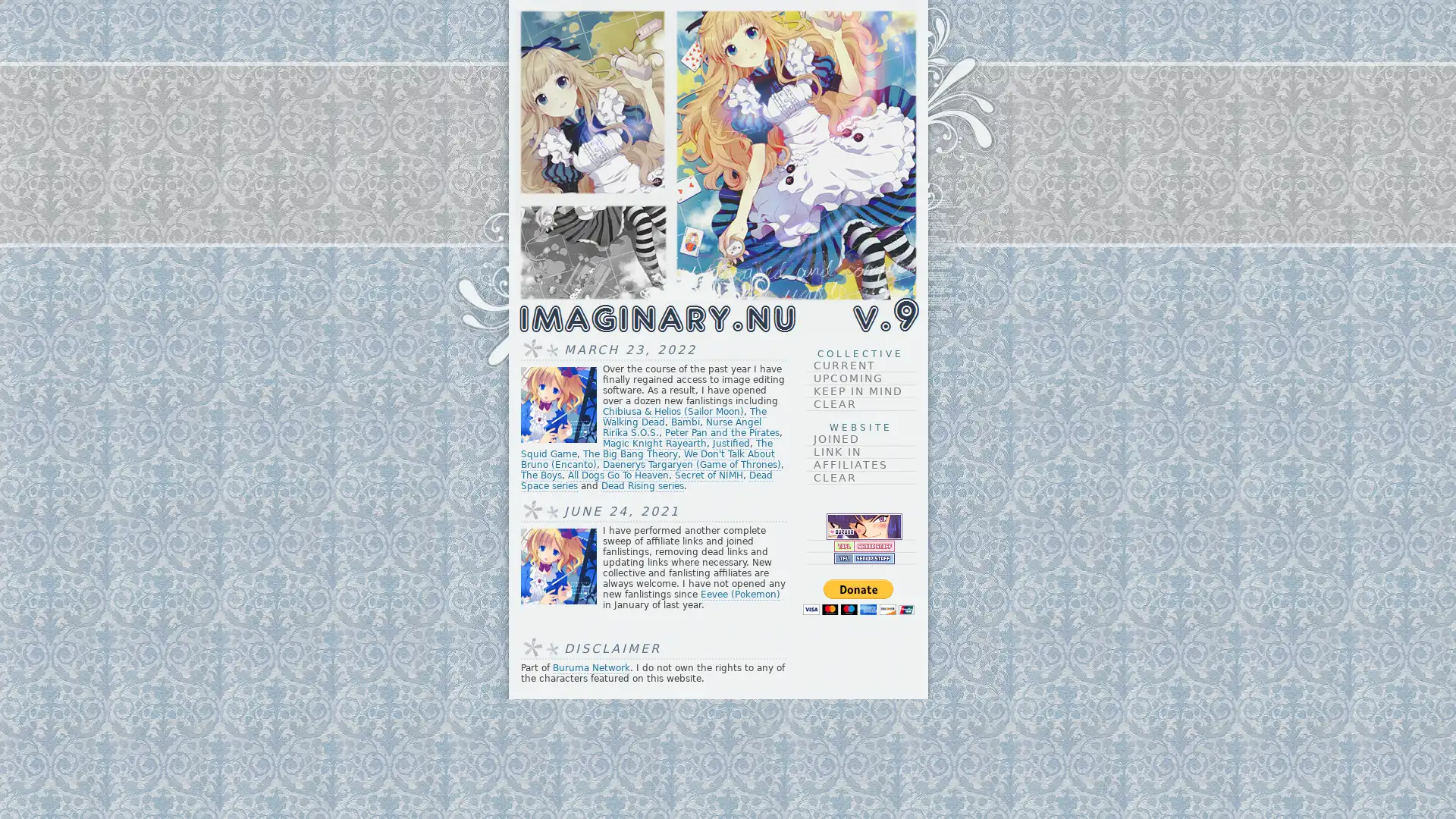 The image size is (1456, 819). I want to click on PayPal - The safer, easier way to pay online!, so click(858, 596).